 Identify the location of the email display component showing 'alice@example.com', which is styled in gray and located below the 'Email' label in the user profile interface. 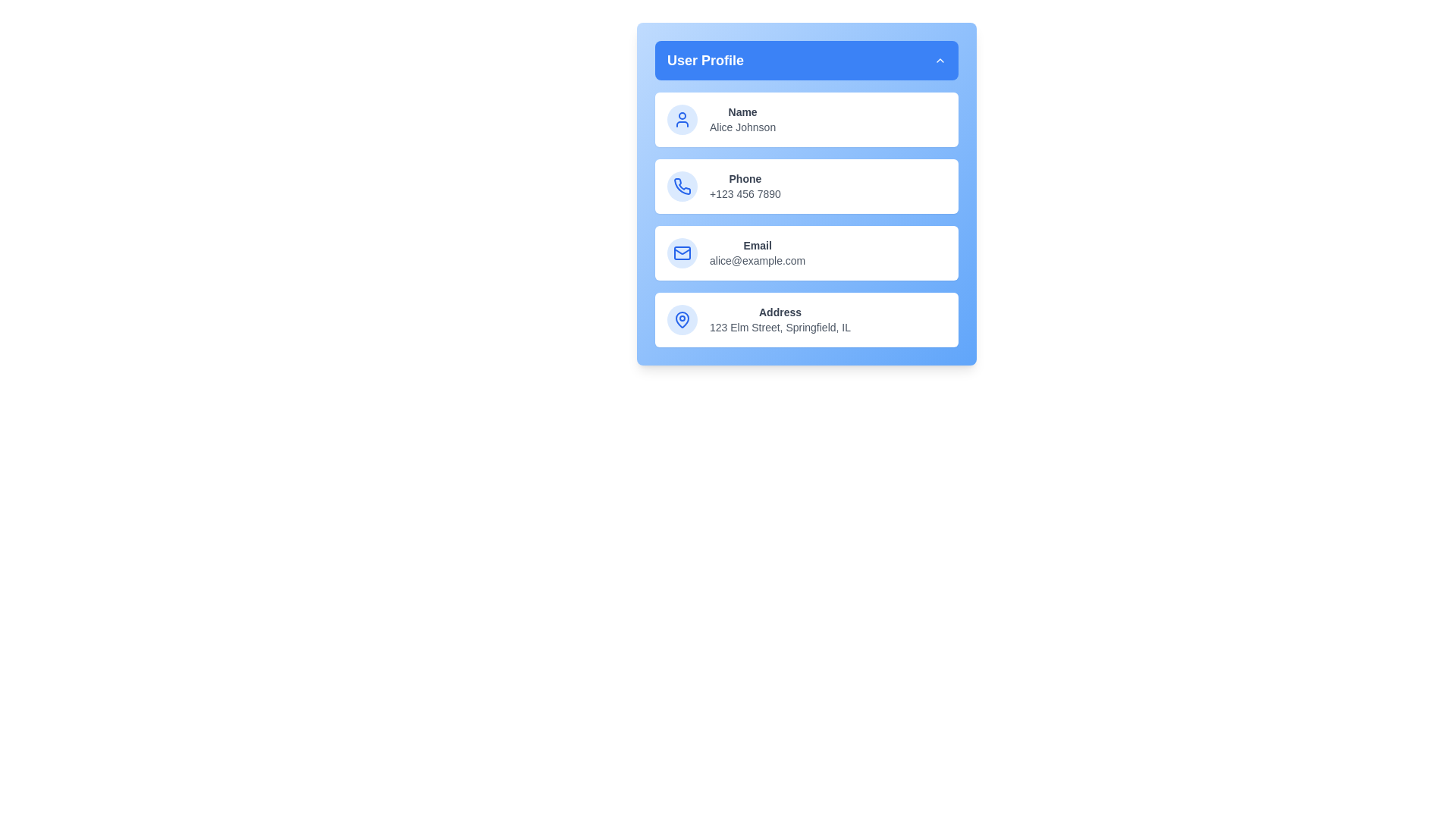
(758, 259).